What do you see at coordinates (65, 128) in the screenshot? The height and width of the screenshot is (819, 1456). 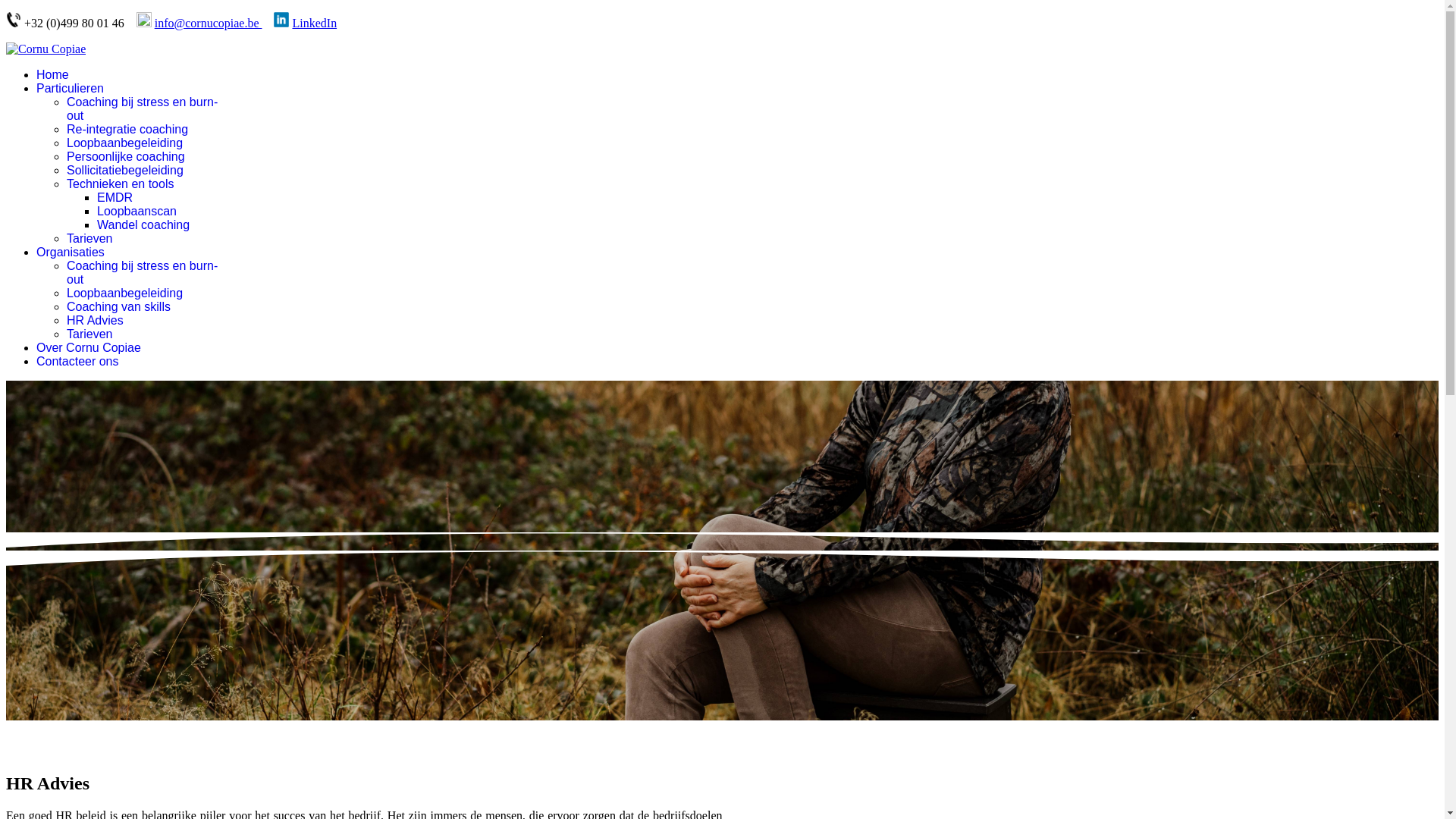 I see `'Re-integratie coaching'` at bounding box center [65, 128].